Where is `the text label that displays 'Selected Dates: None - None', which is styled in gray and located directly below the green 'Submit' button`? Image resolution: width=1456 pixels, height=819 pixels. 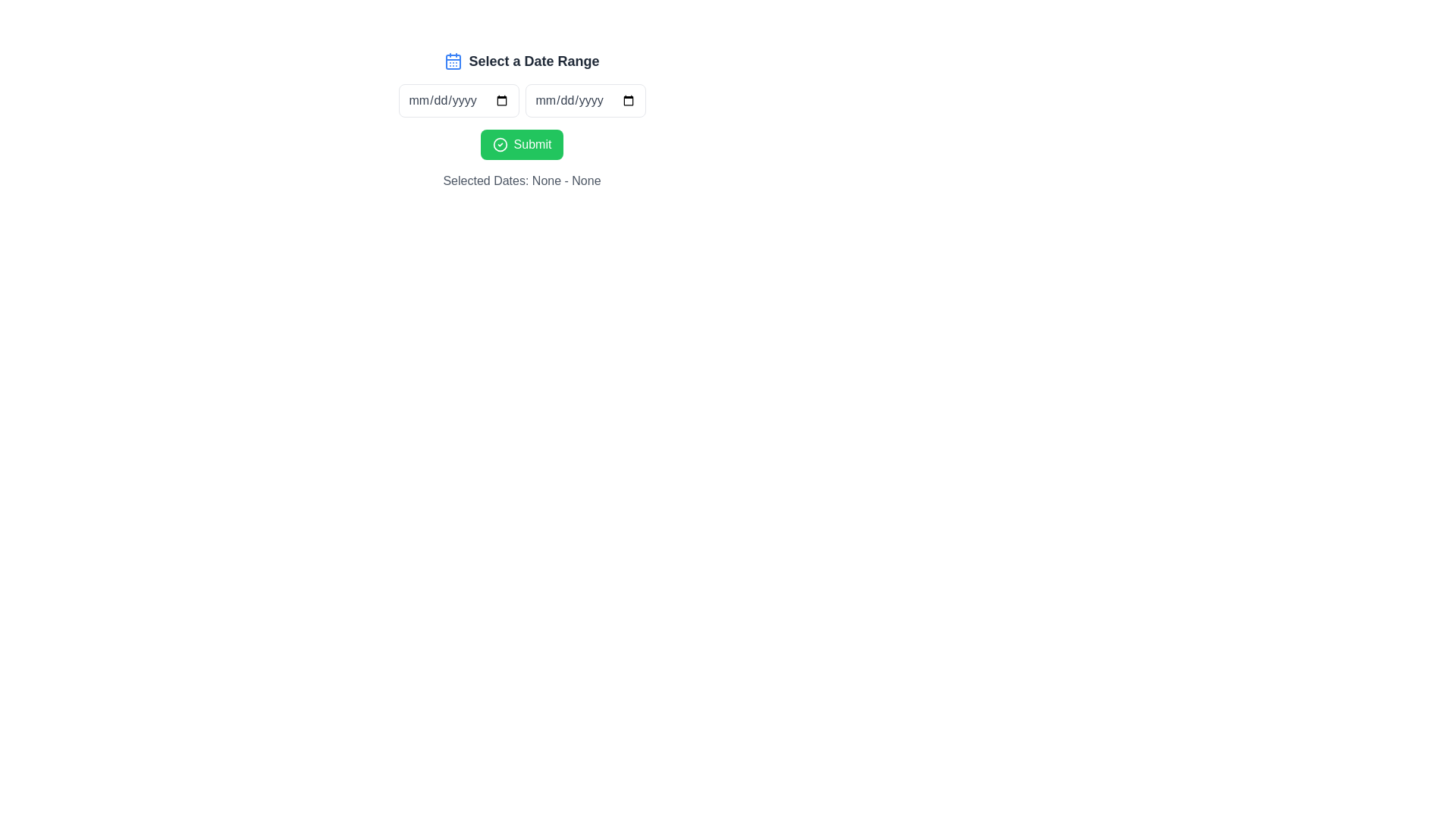
the text label that displays 'Selected Dates: None - None', which is styled in gray and located directly below the green 'Submit' button is located at coordinates (522, 180).